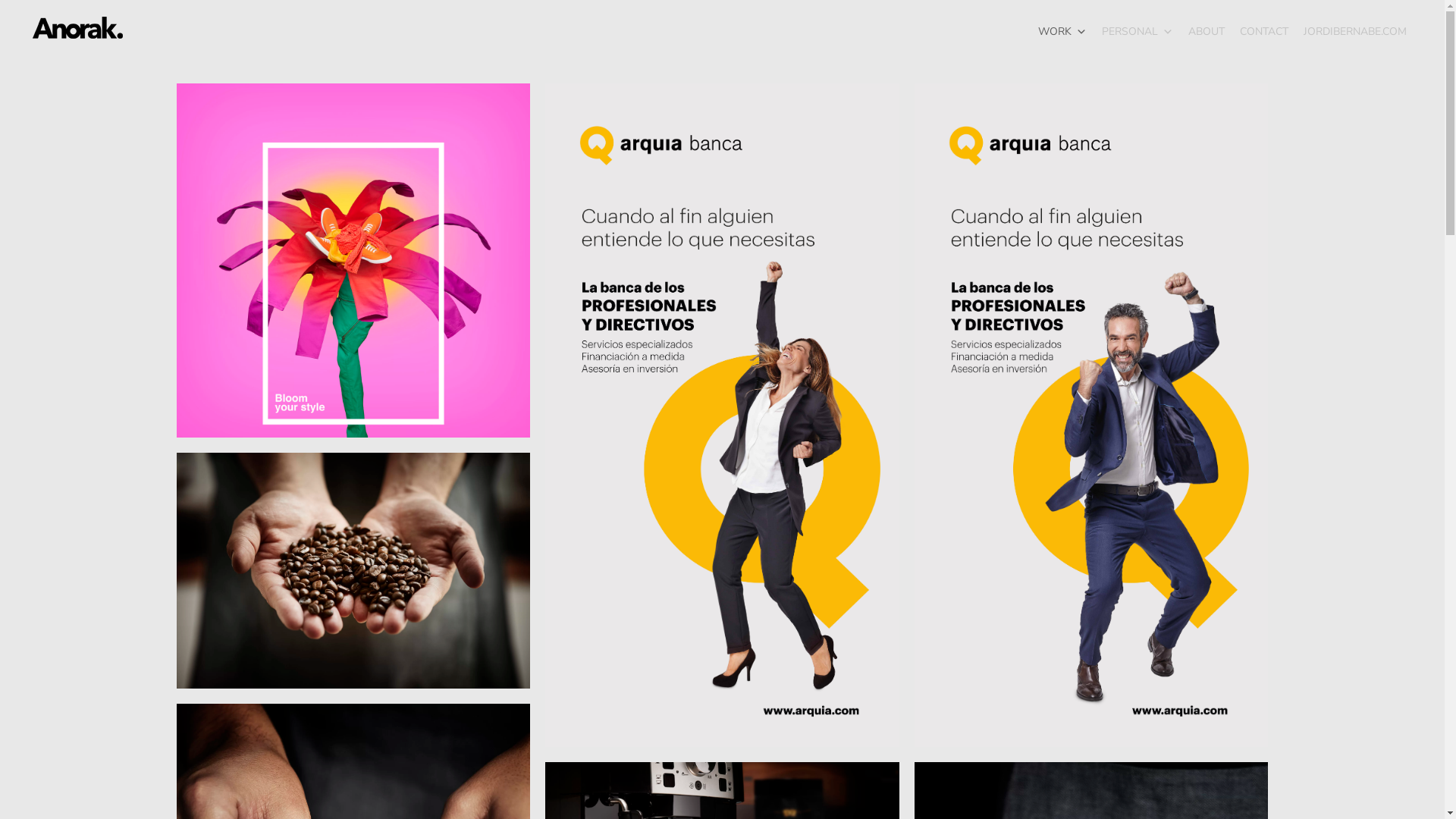 The height and width of the screenshot is (819, 1456). I want to click on 'PERSONAL', so click(1137, 32).